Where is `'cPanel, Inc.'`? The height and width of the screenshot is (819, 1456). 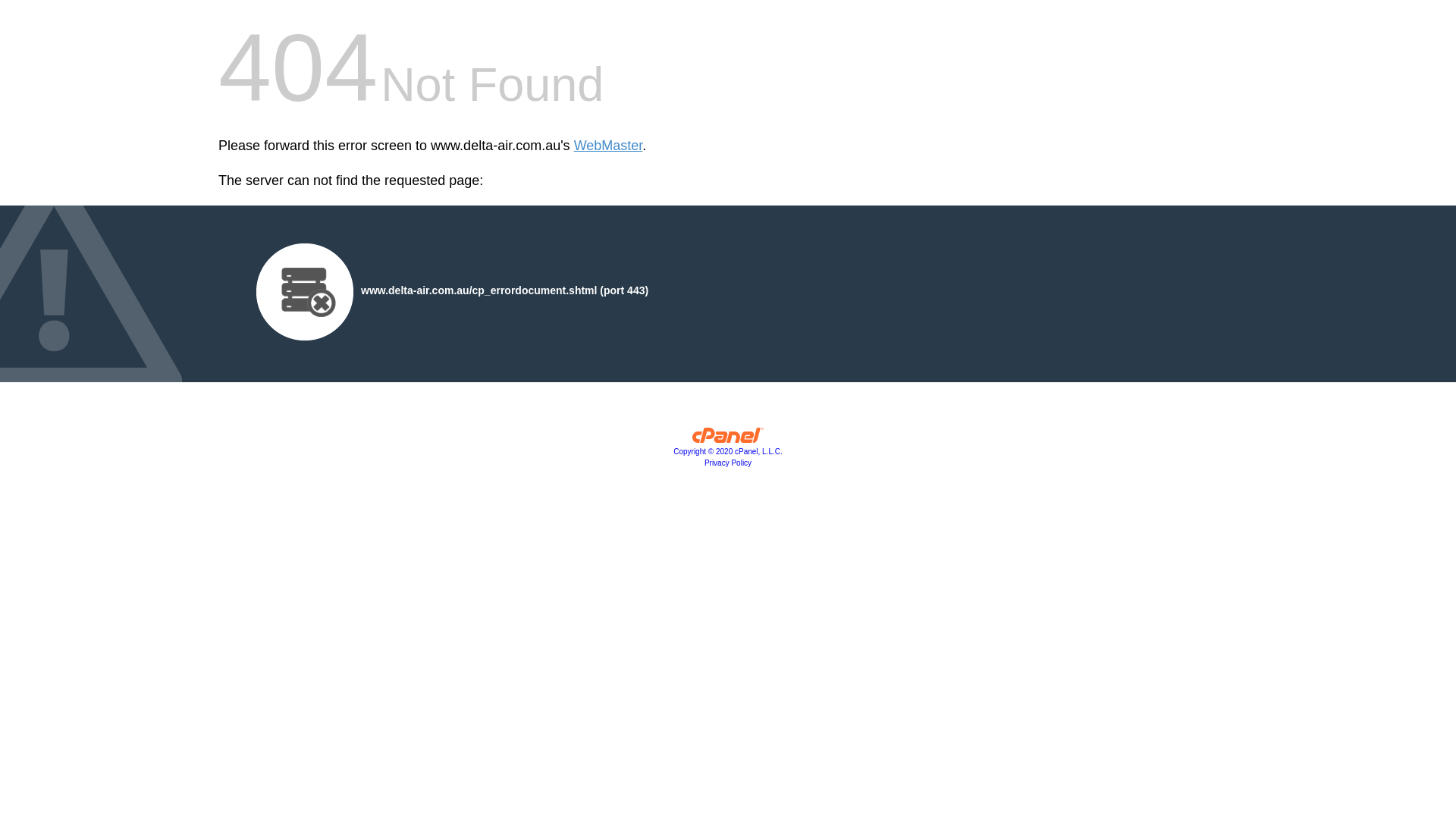 'cPanel, Inc.' is located at coordinates (728, 438).